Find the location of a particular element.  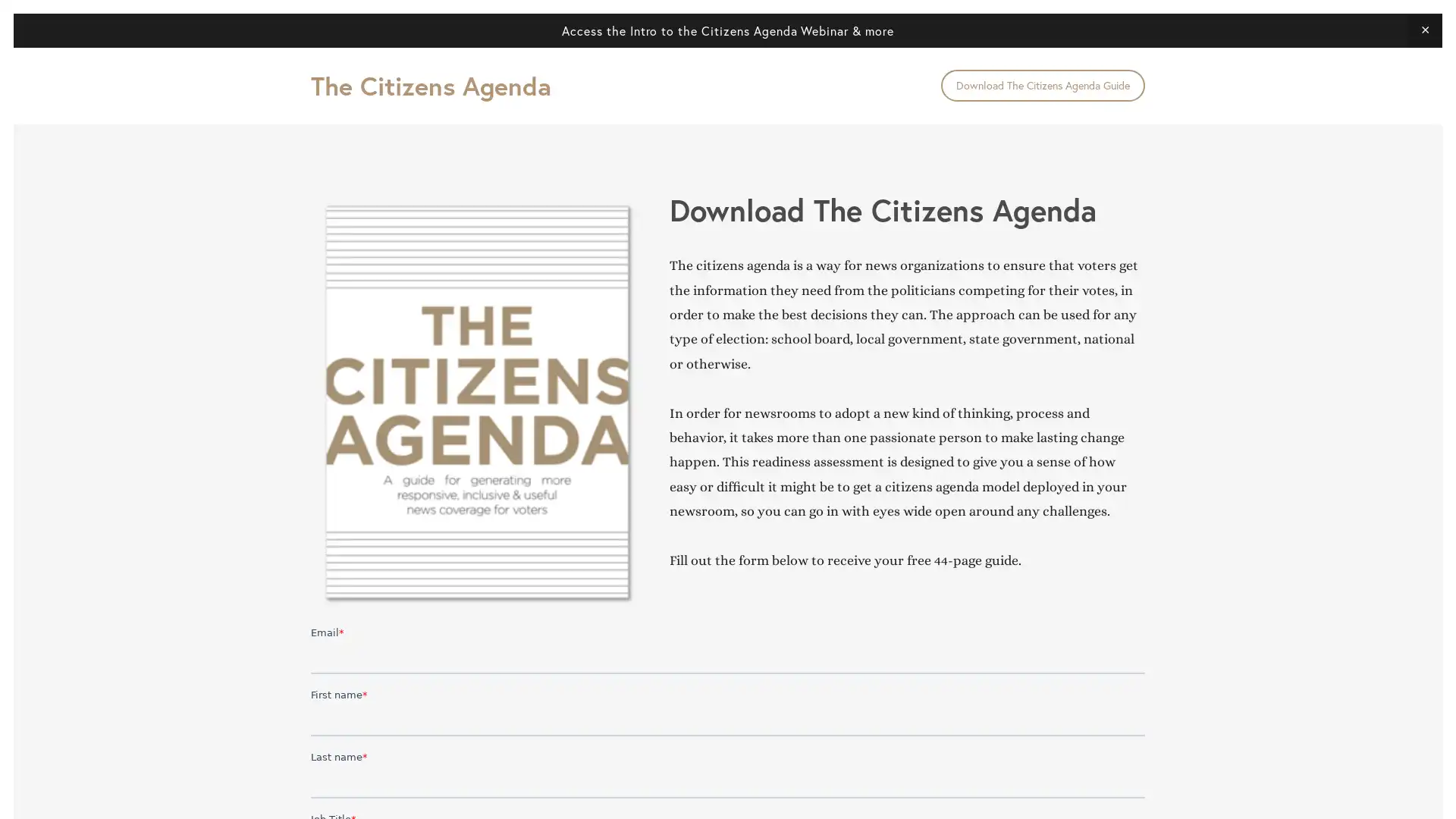

Close Announcement is located at coordinates (1424, 30).